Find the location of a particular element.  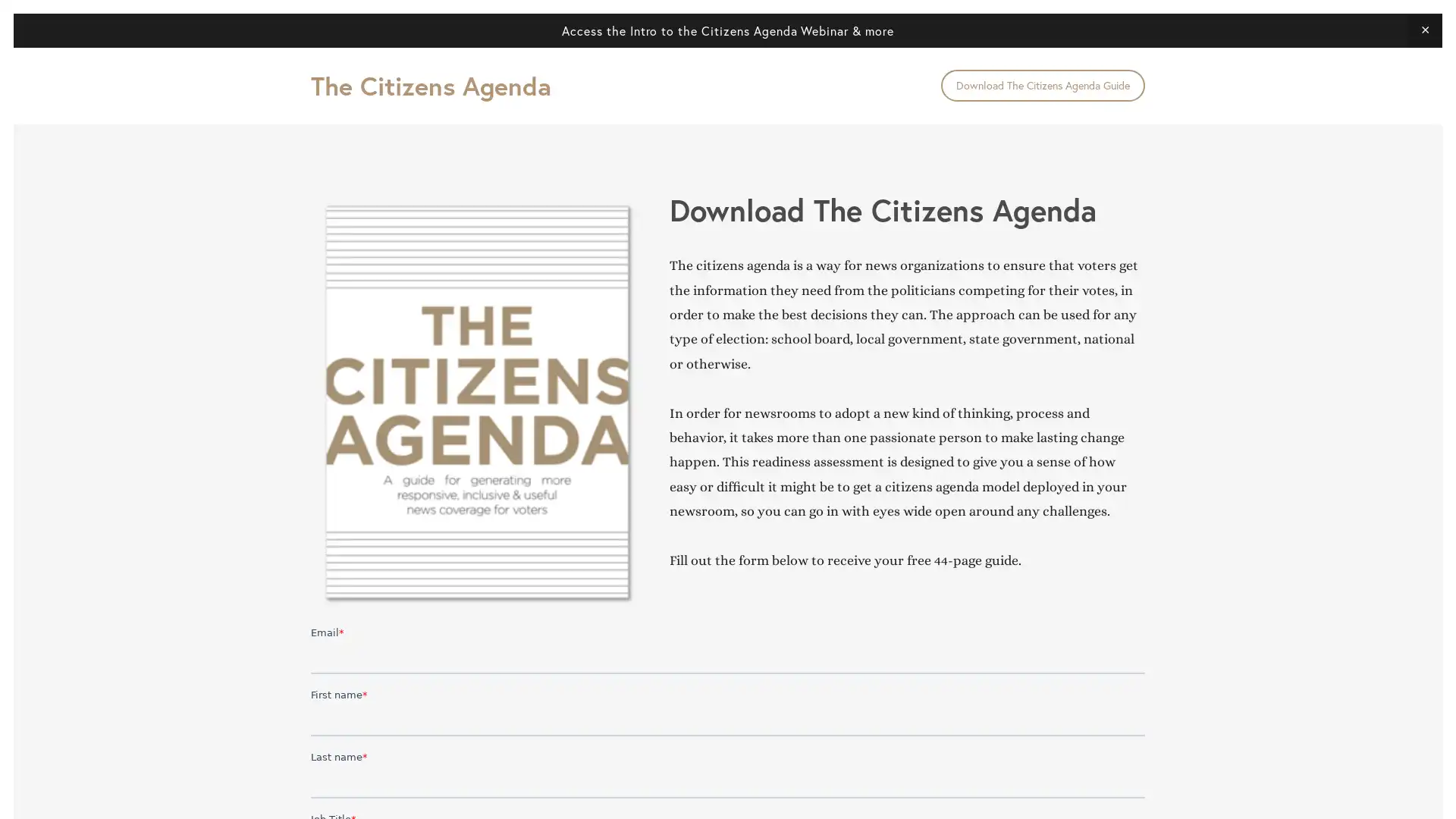

Close Announcement is located at coordinates (1424, 30).